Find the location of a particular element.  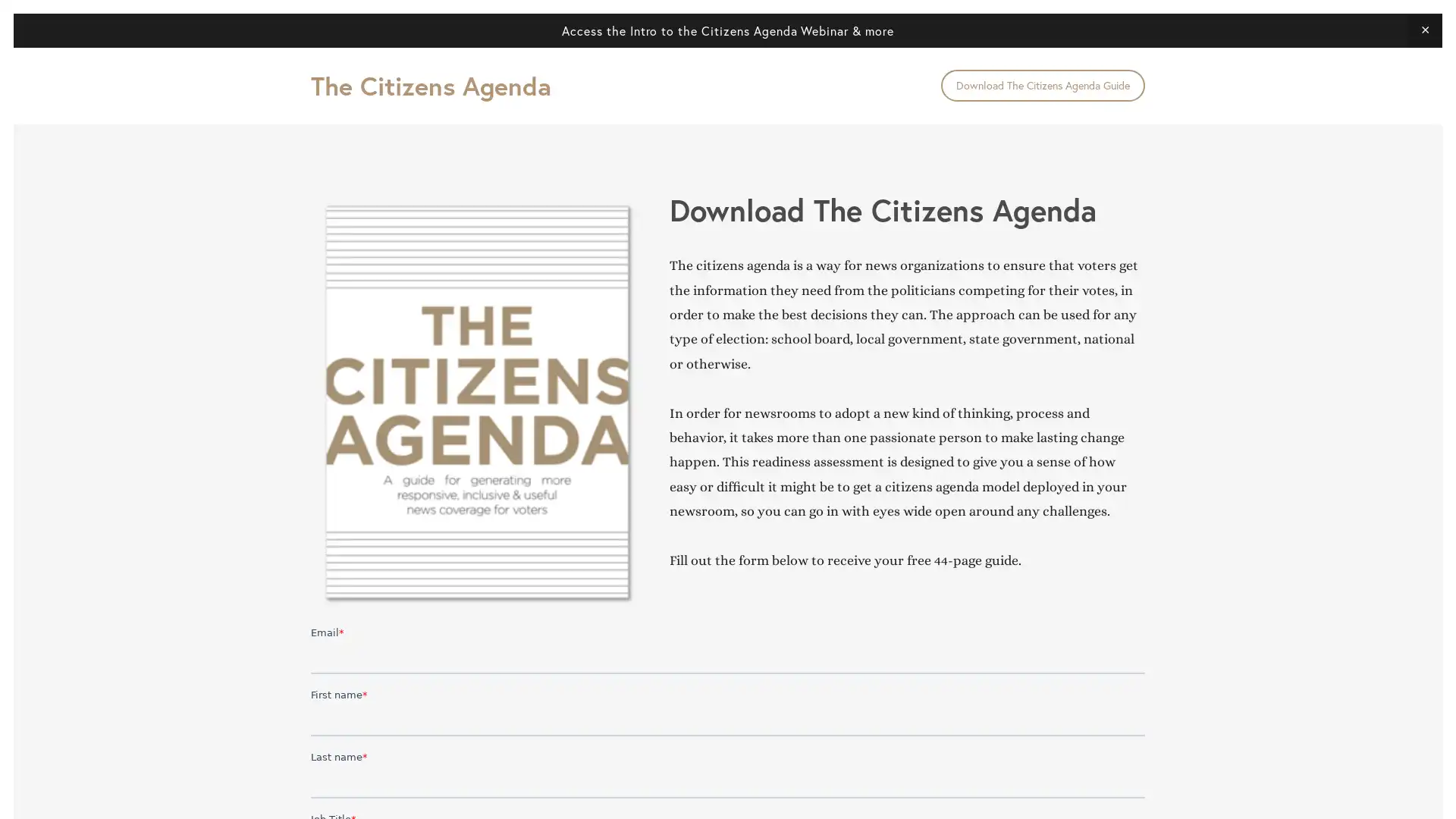

Close Announcement is located at coordinates (1424, 30).